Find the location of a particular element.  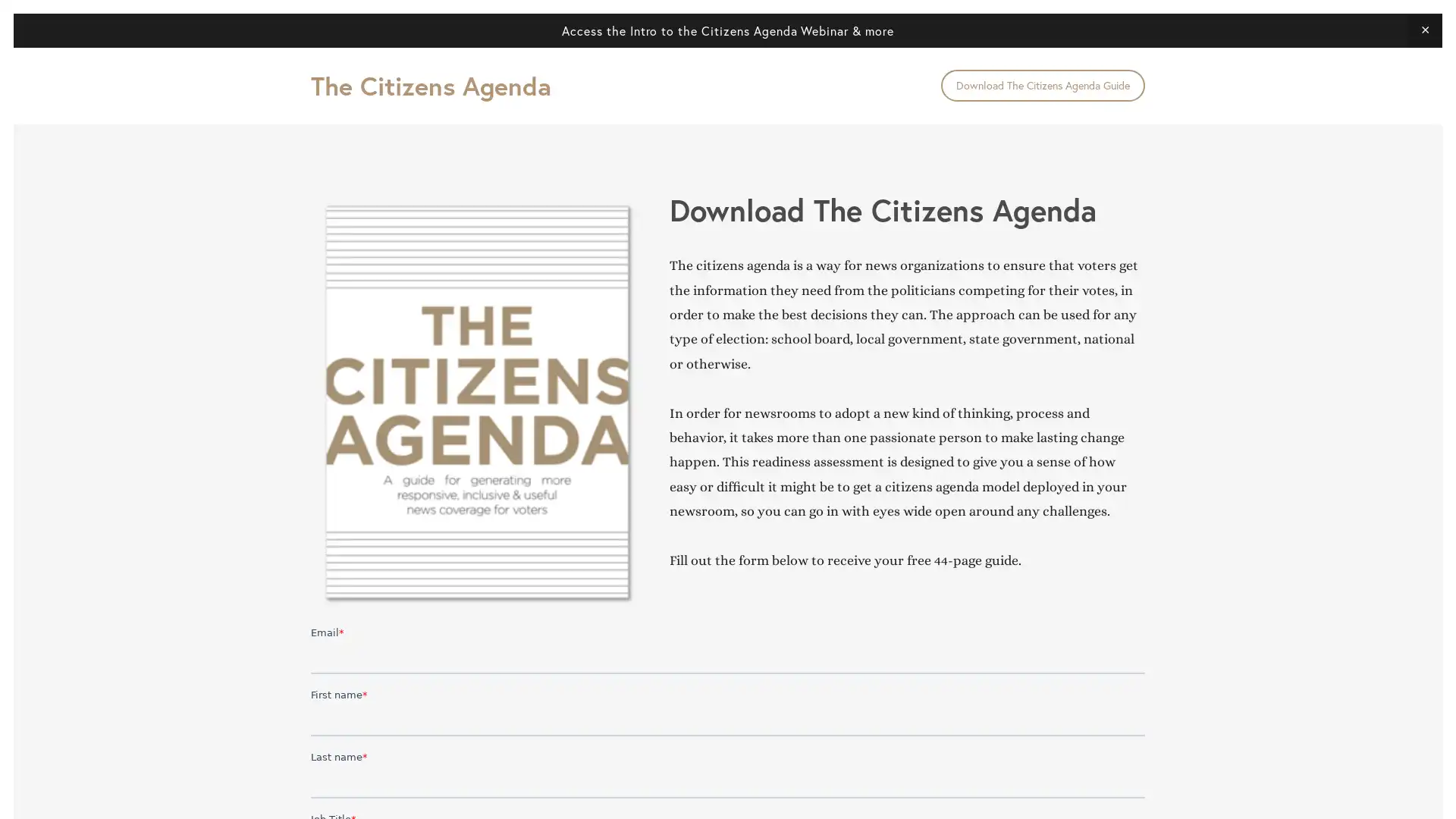

Close Announcement is located at coordinates (1424, 30).